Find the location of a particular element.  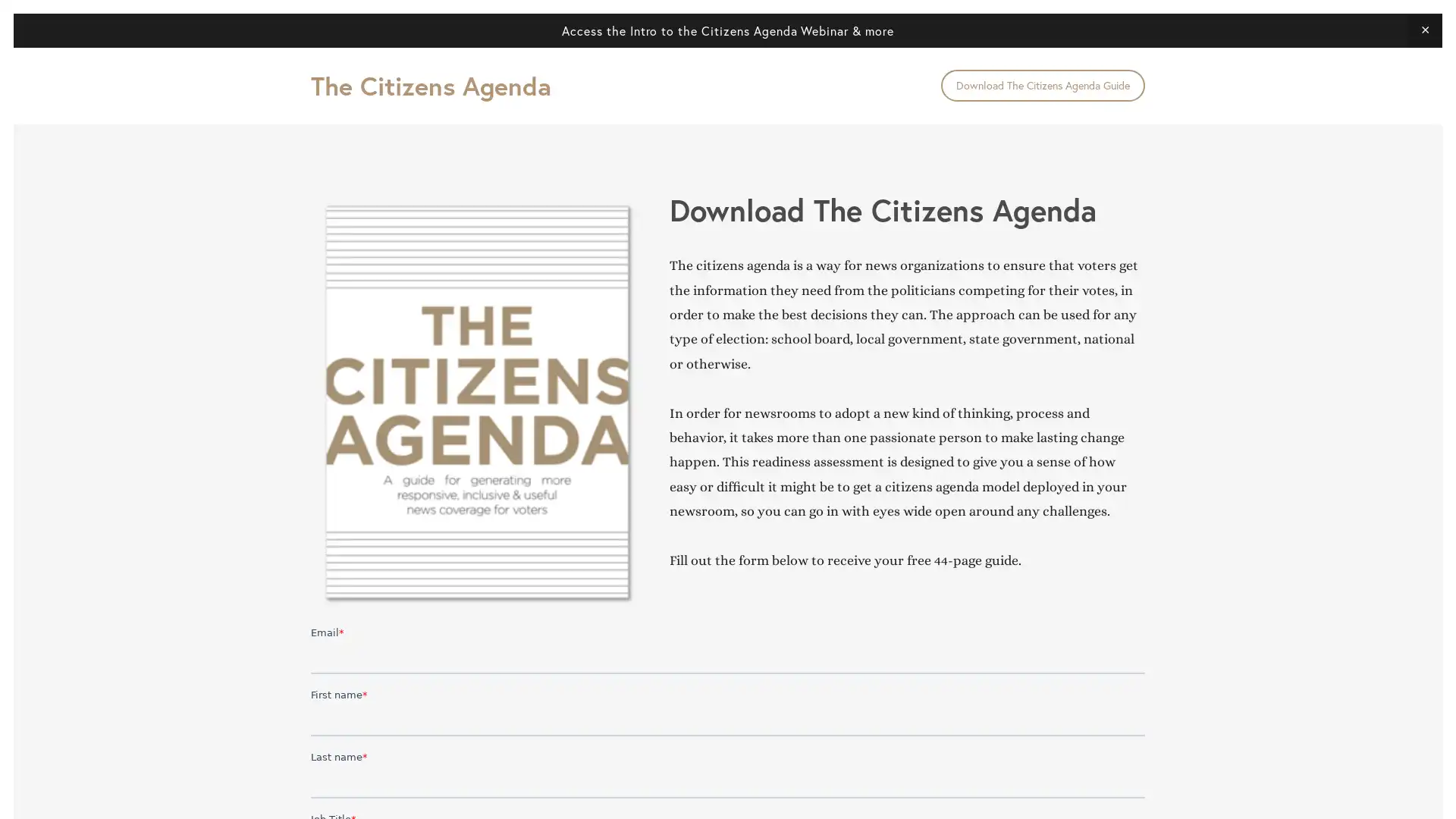

Close Announcement is located at coordinates (1424, 30).